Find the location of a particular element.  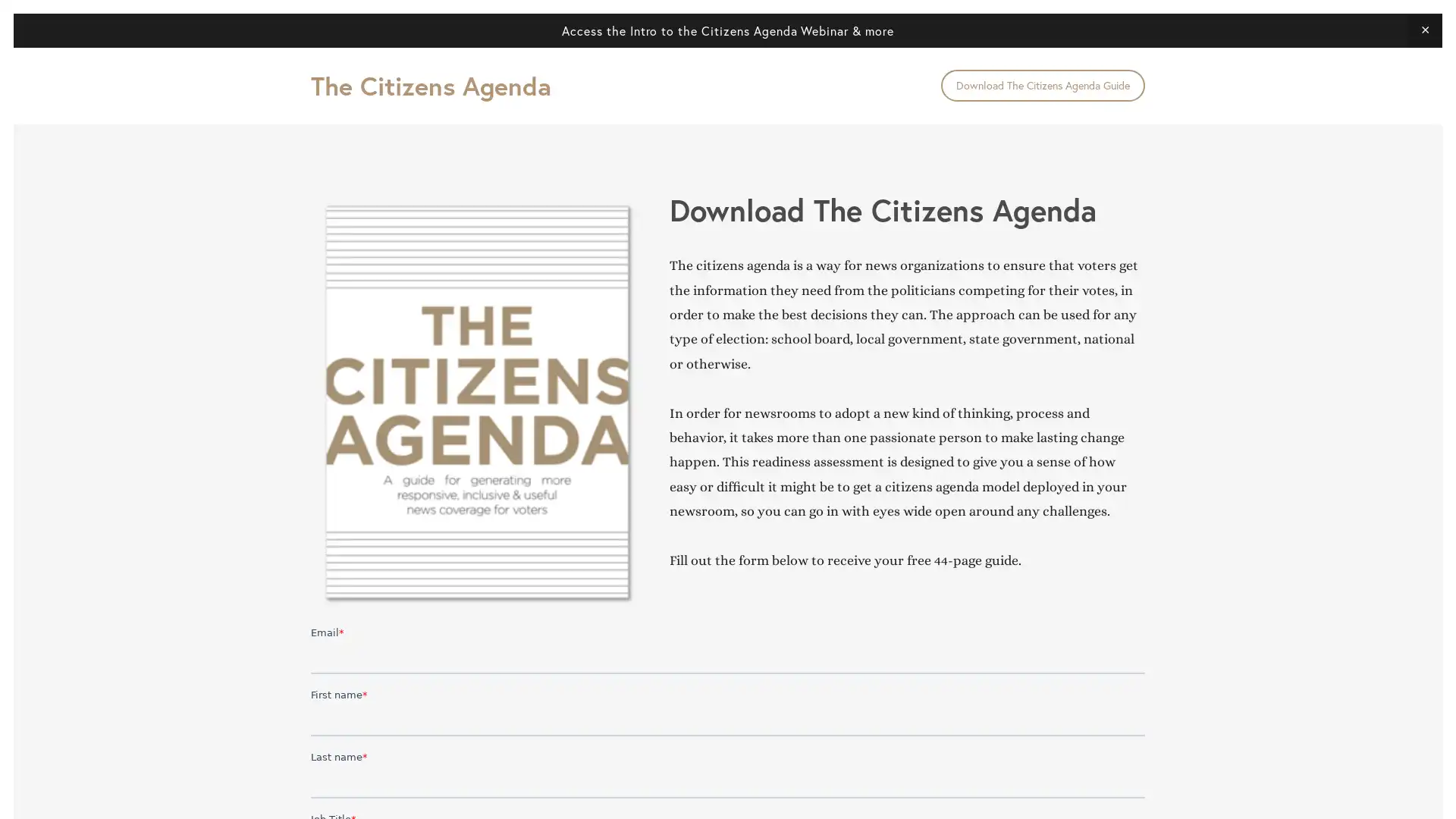

Close Announcement is located at coordinates (1424, 30).